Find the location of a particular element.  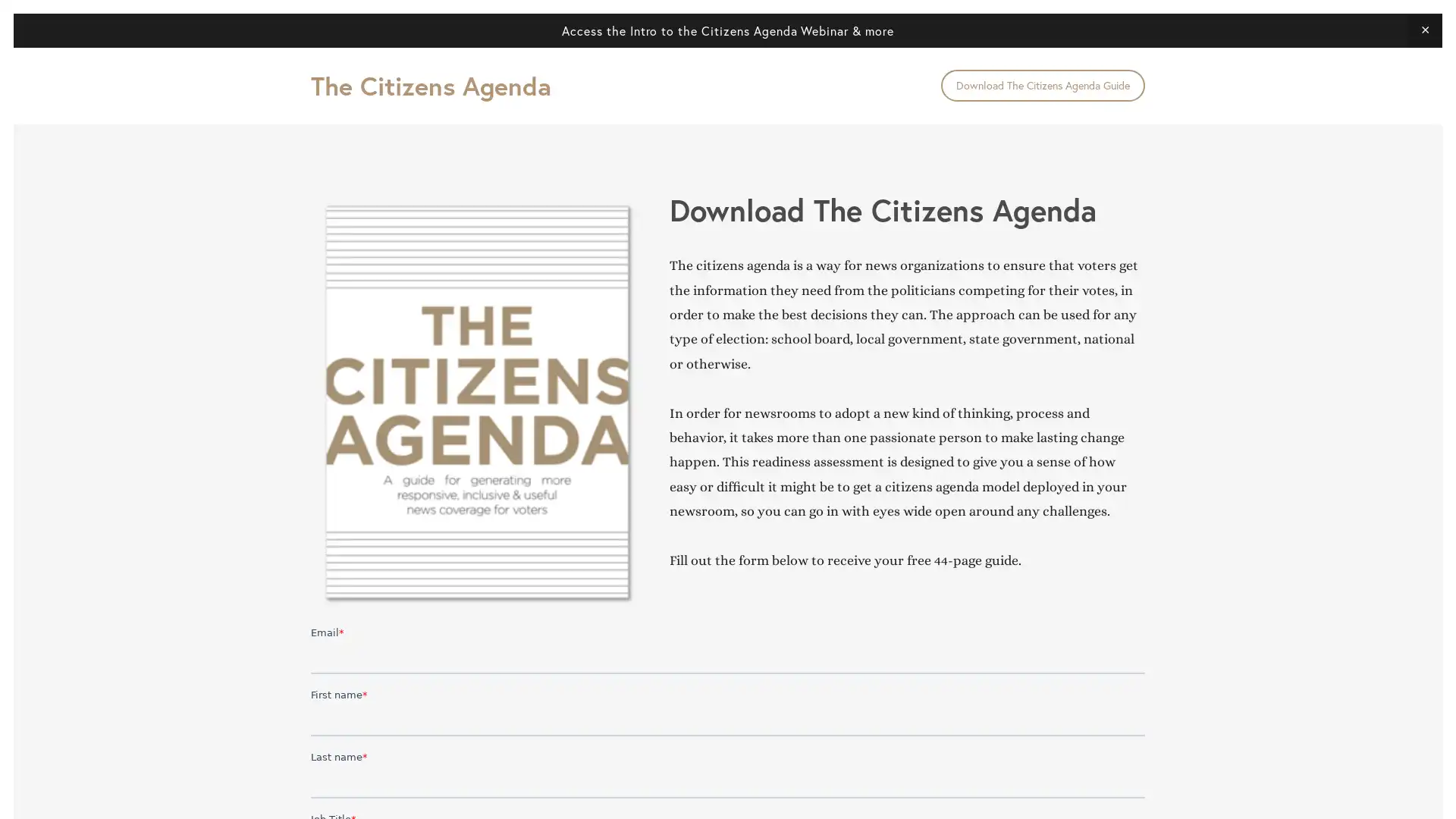

Close Announcement is located at coordinates (1424, 30).